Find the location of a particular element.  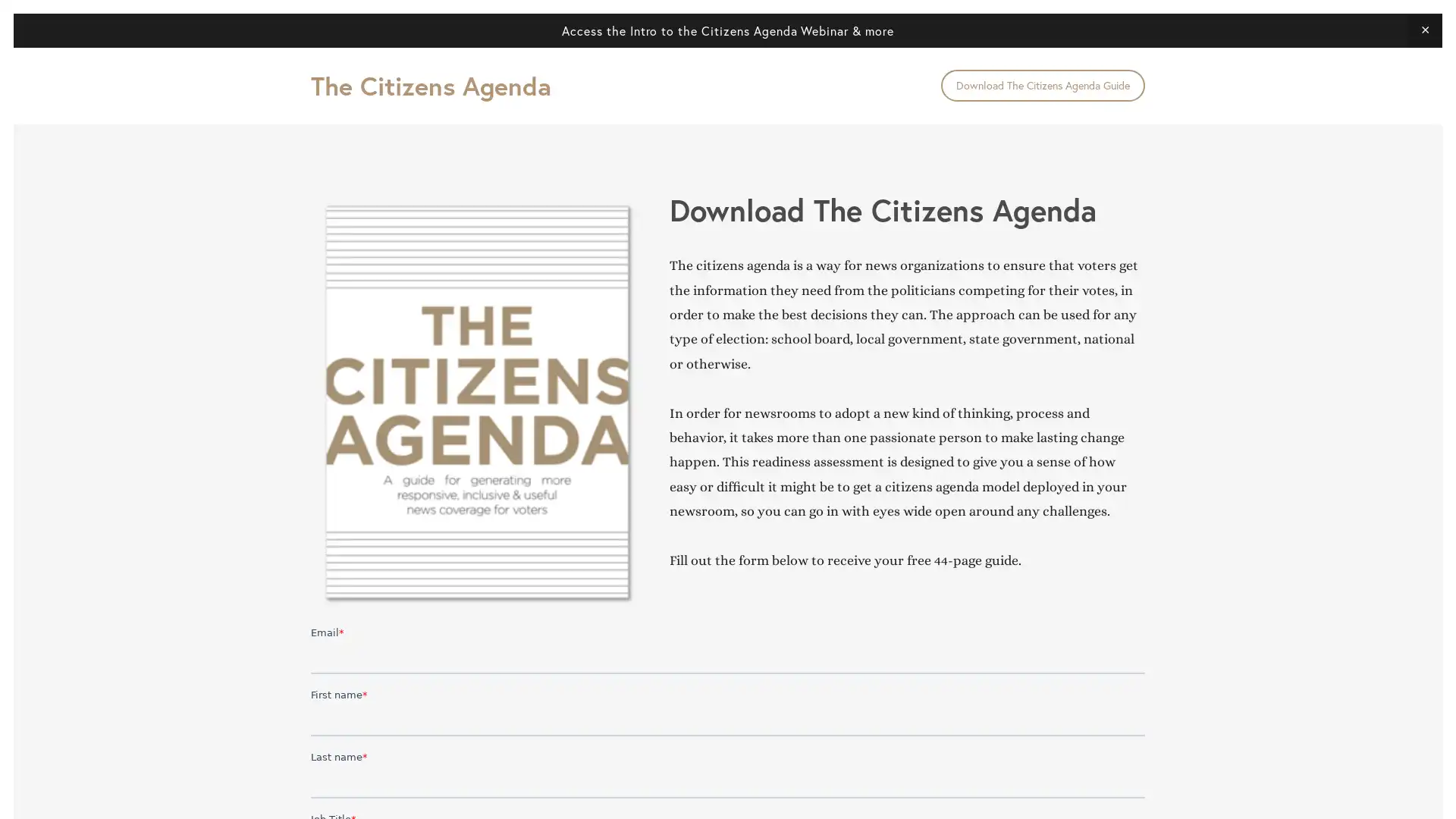

Close Announcement is located at coordinates (1424, 30).